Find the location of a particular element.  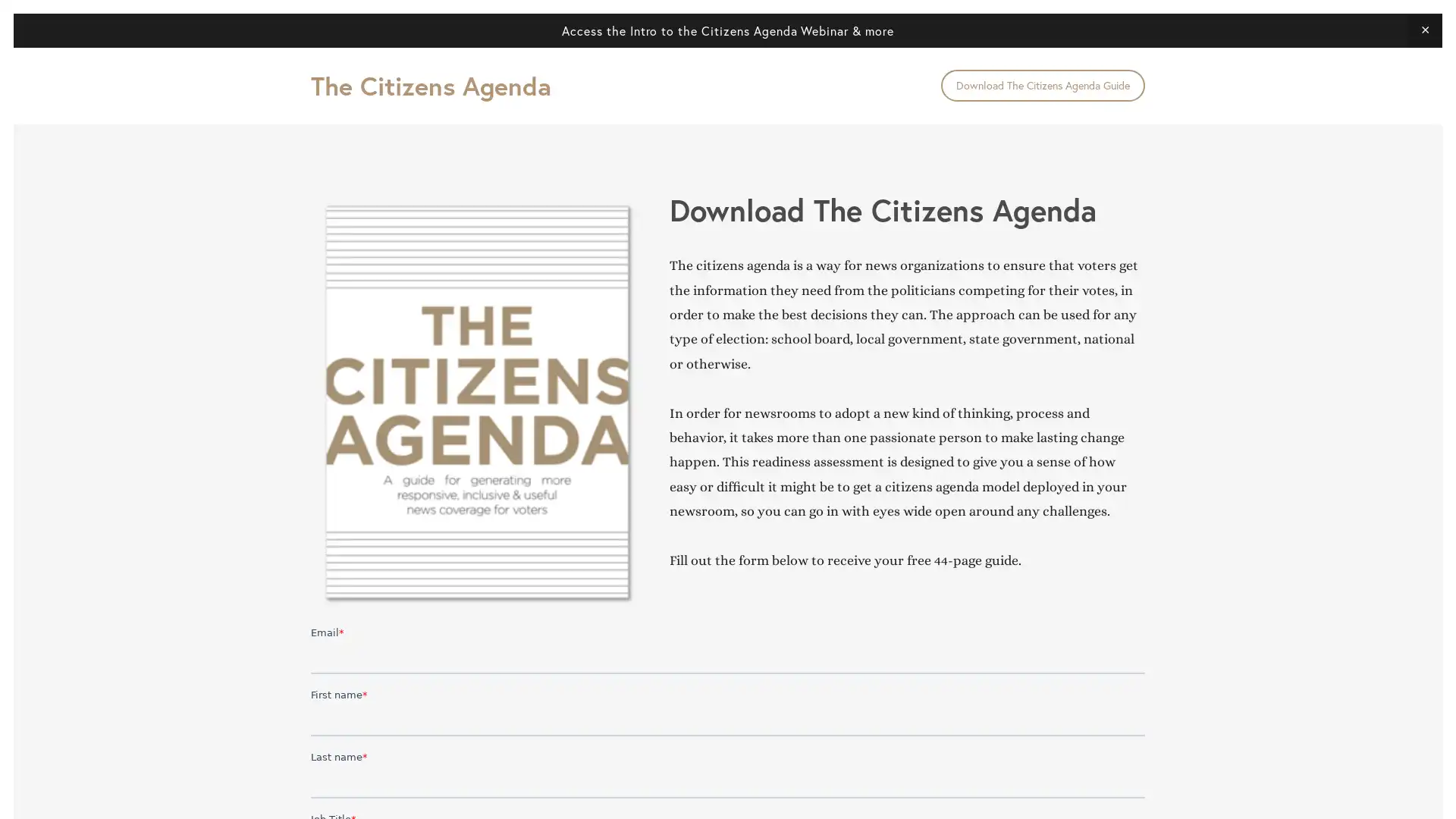

Close Announcement is located at coordinates (1424, 30).